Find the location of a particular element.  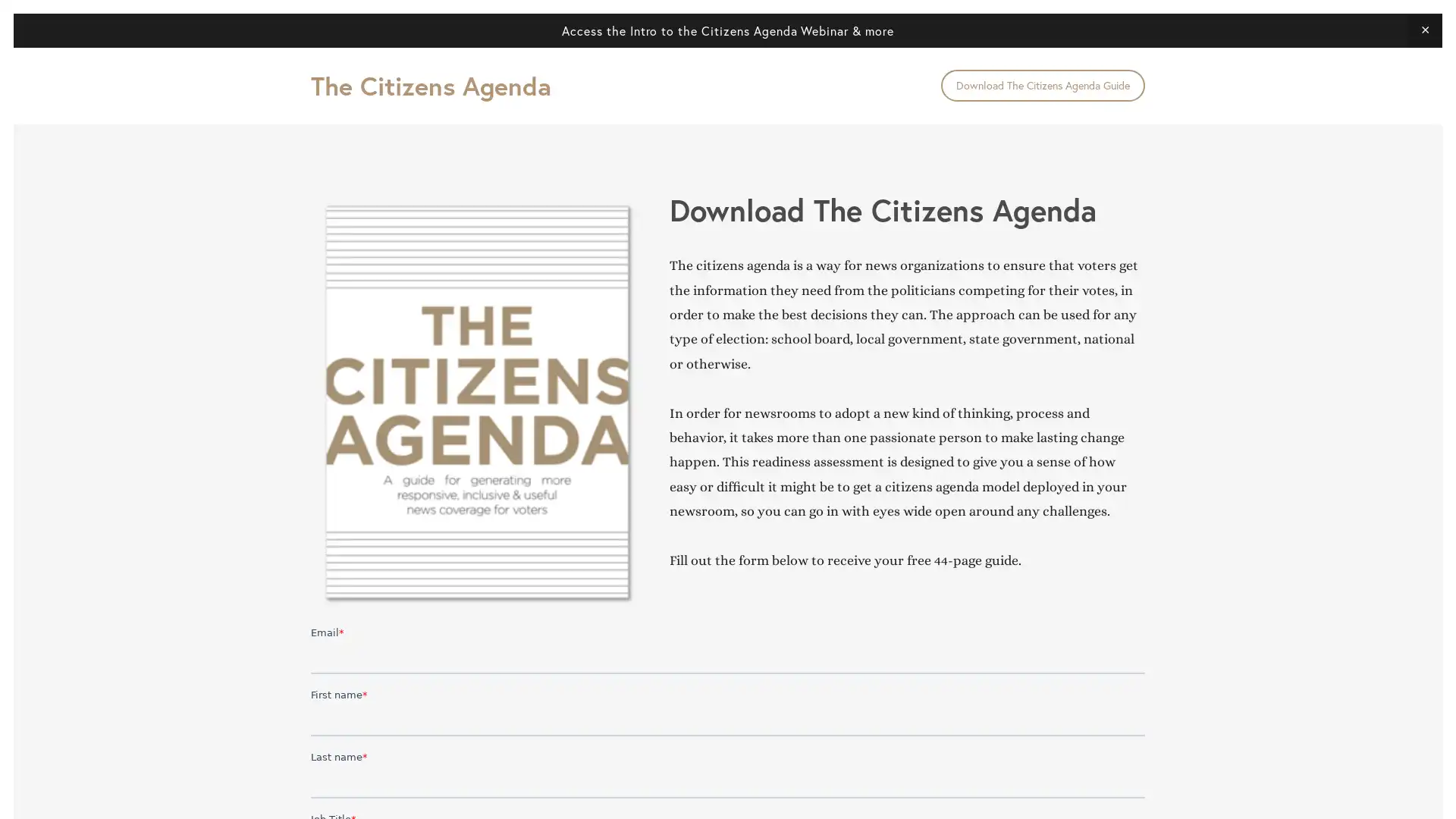

Close Announcement is located at coordinates (1424, 30).